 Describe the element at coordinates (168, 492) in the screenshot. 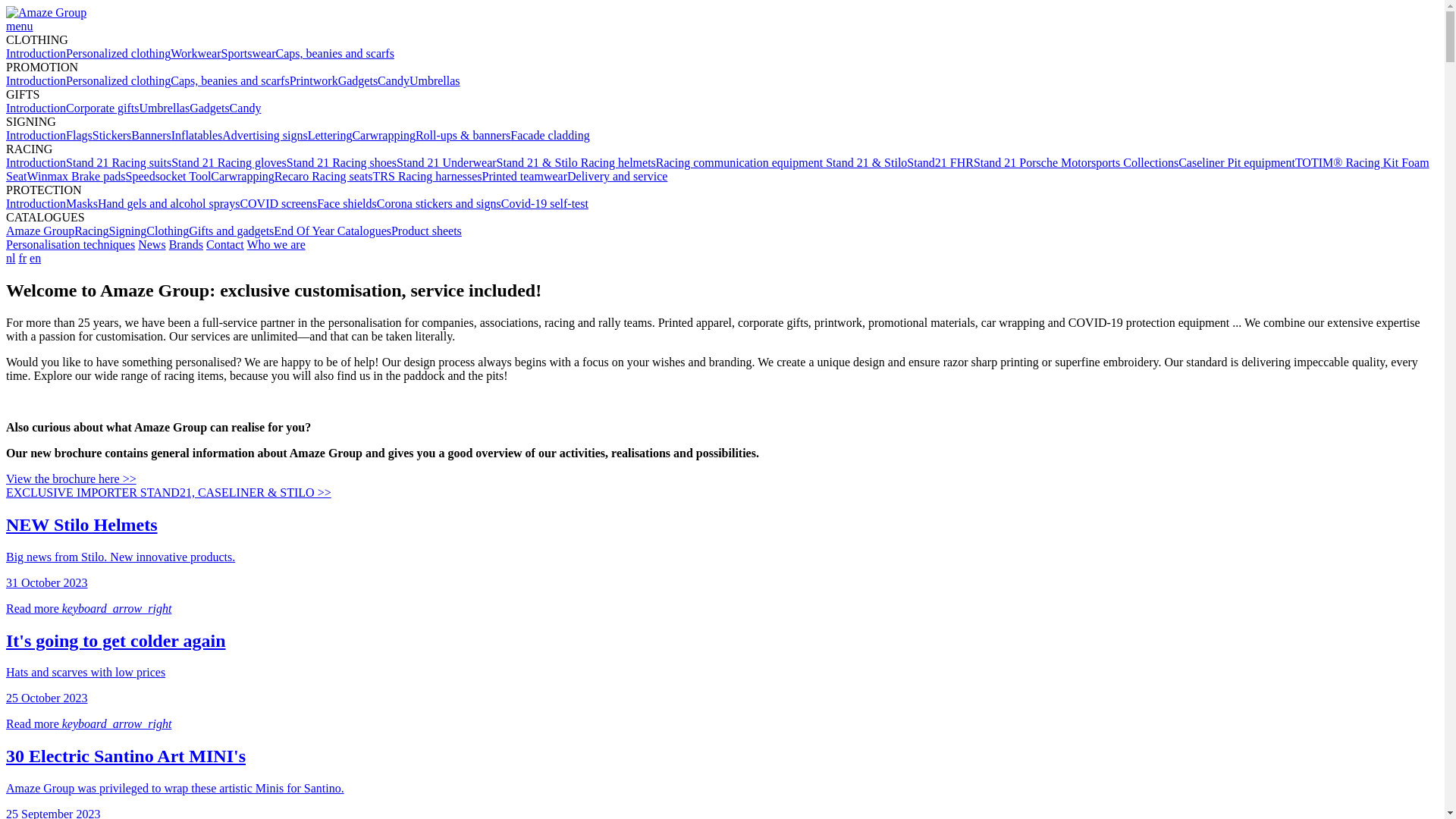

I see `'EXCLUSIVE IMPORTER STAND21, CASELINER & STILO >>'` at that location.